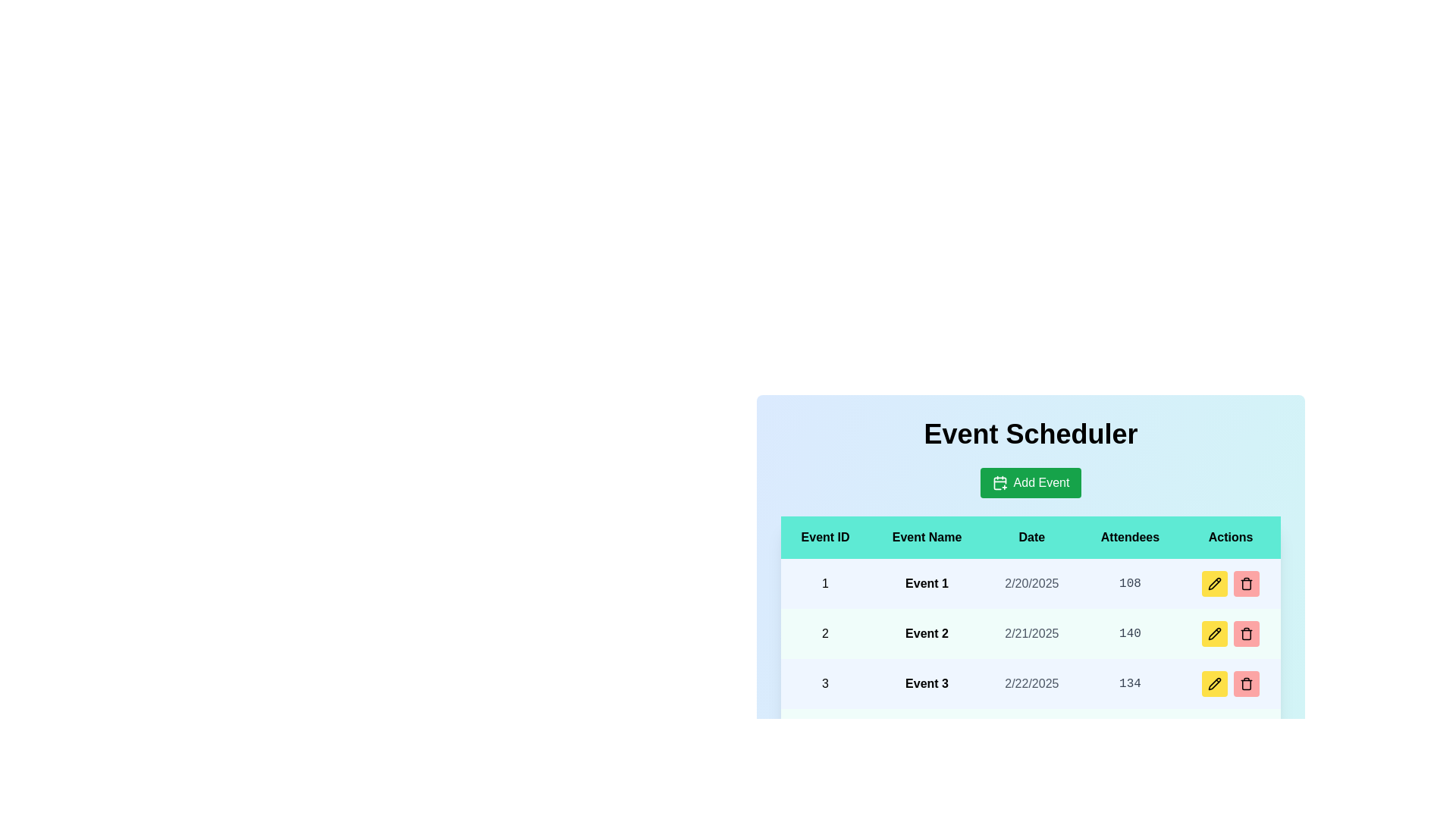 This screenshot has width=1456, height=819. I want to click on the pencil icon in the Actions column for the specified event, so click(1215, 583).